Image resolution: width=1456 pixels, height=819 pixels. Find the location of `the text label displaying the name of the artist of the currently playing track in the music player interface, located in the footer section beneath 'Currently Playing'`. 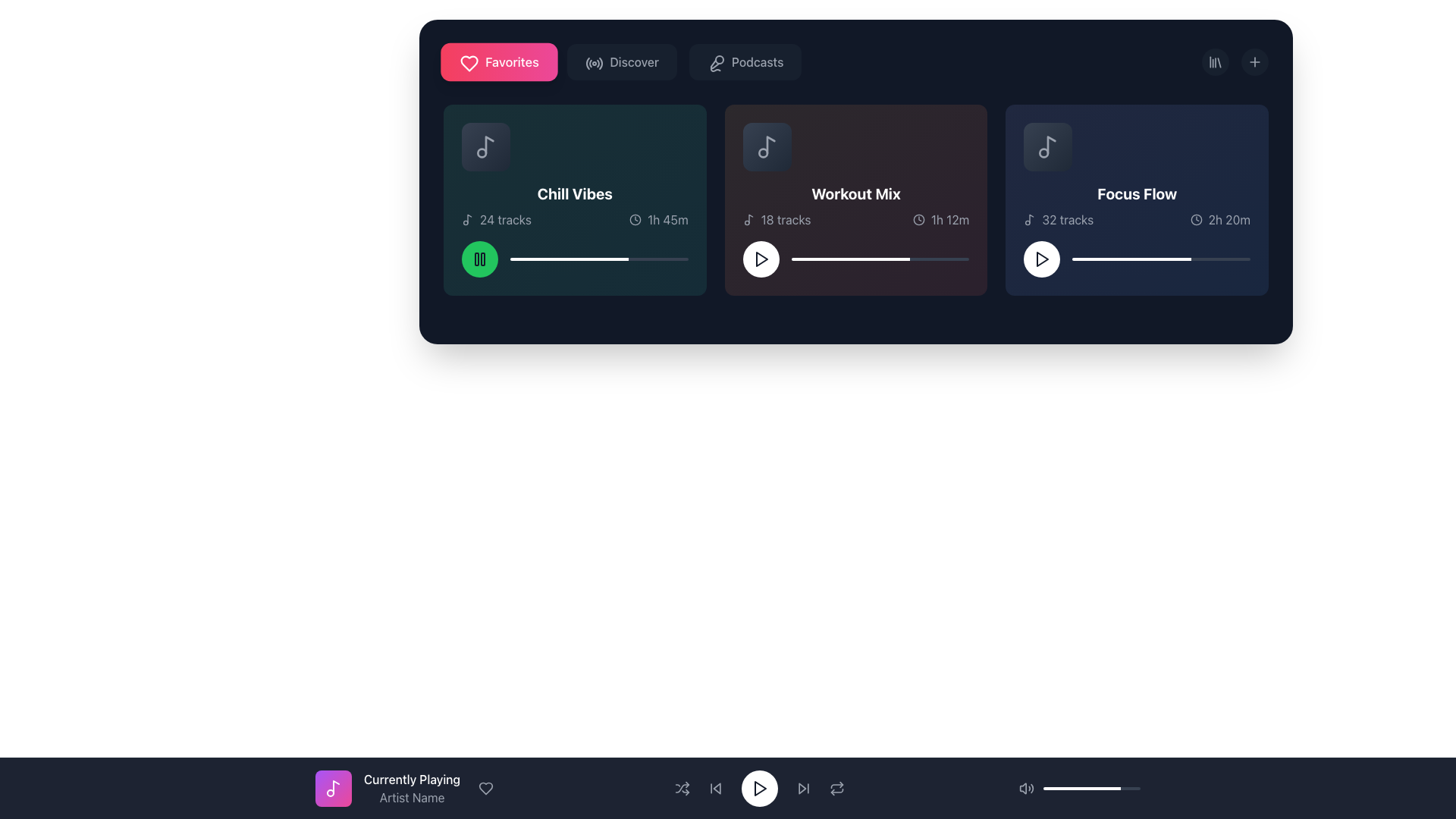

the text label displaying the name of the artist of the currently playing track in the music player interface, located in the footer section beneath 'Currently Playing' is located at coordinates (412, 797).